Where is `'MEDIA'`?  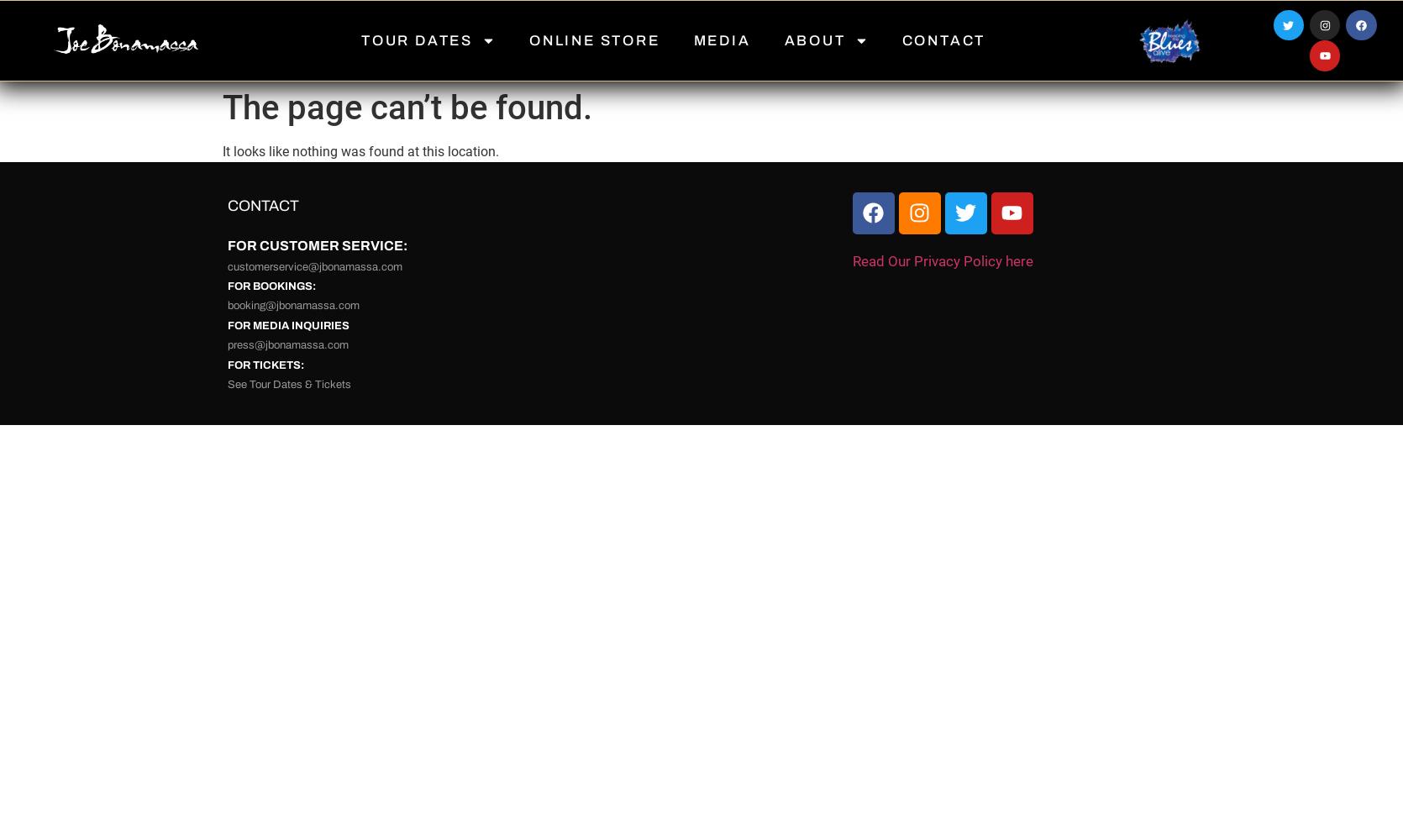
'MEDIA' is located at coordinates (691, 39).